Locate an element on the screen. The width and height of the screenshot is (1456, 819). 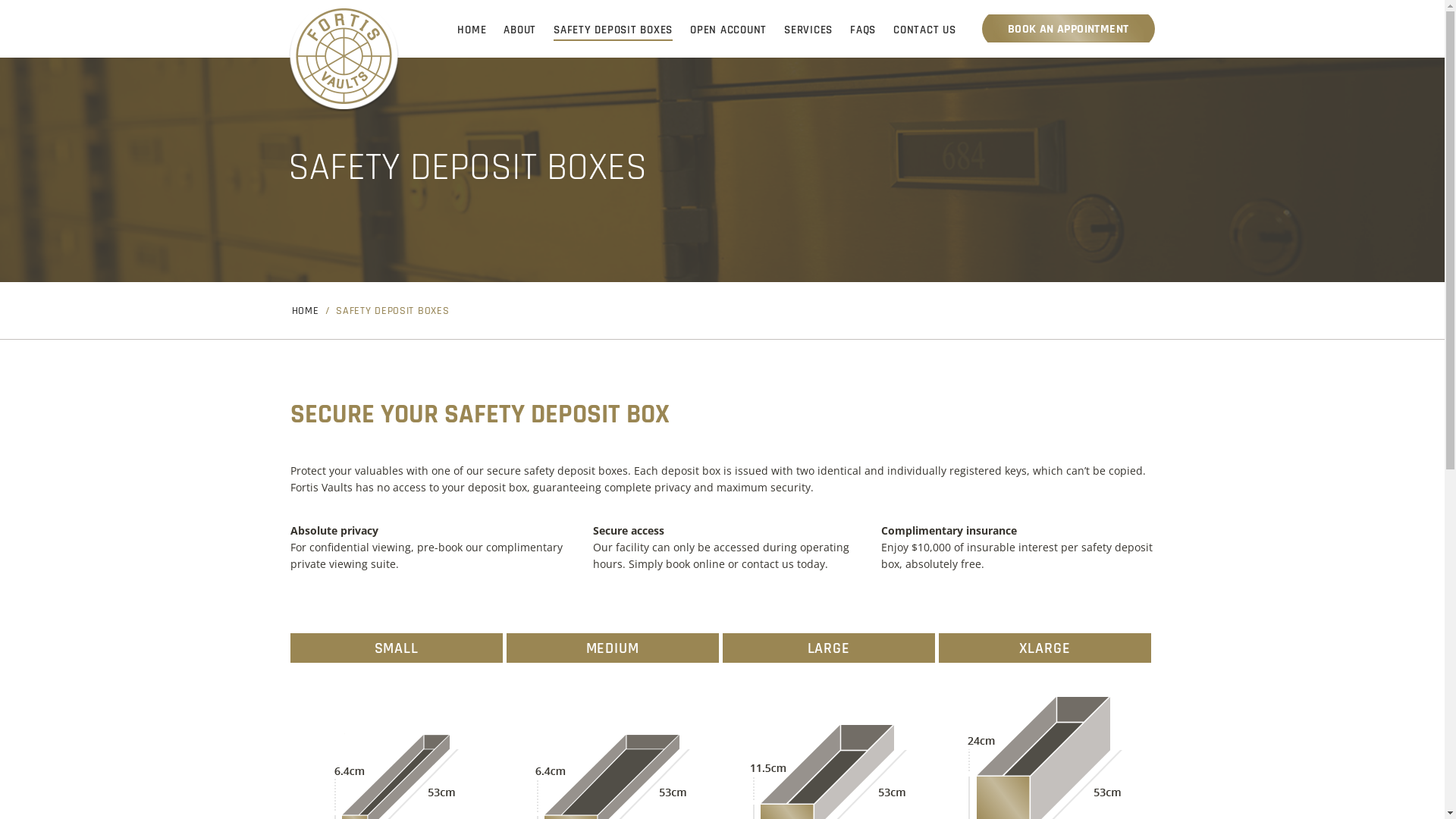
'OPEN ACCOUNT' is located at coordinates (728, 30).